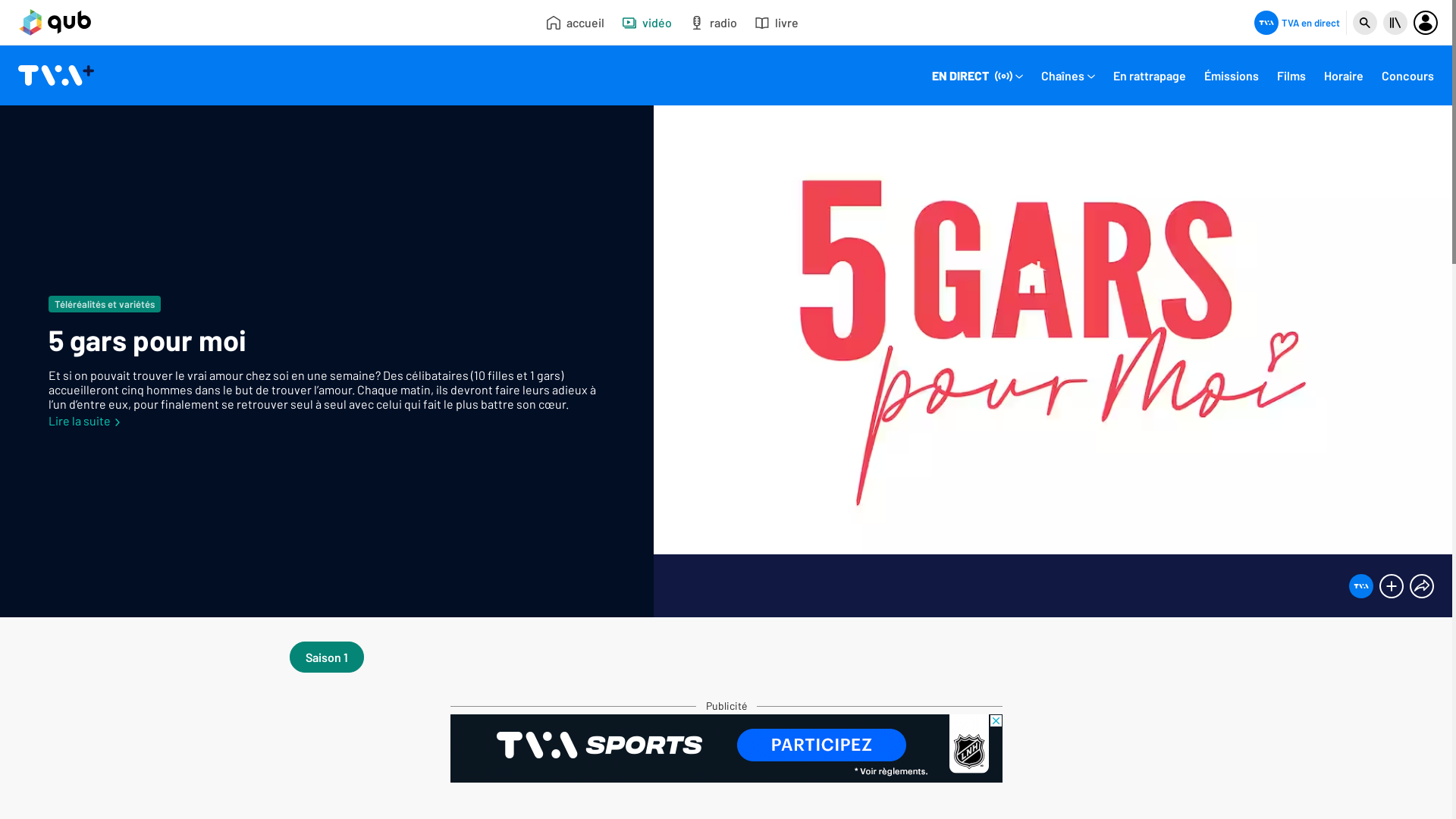 The height and width of the screenshot is (819, 1456). Describe the element at coordinates (977, 77) in the screenshot. I see `'EN DIRECT'` at that location.